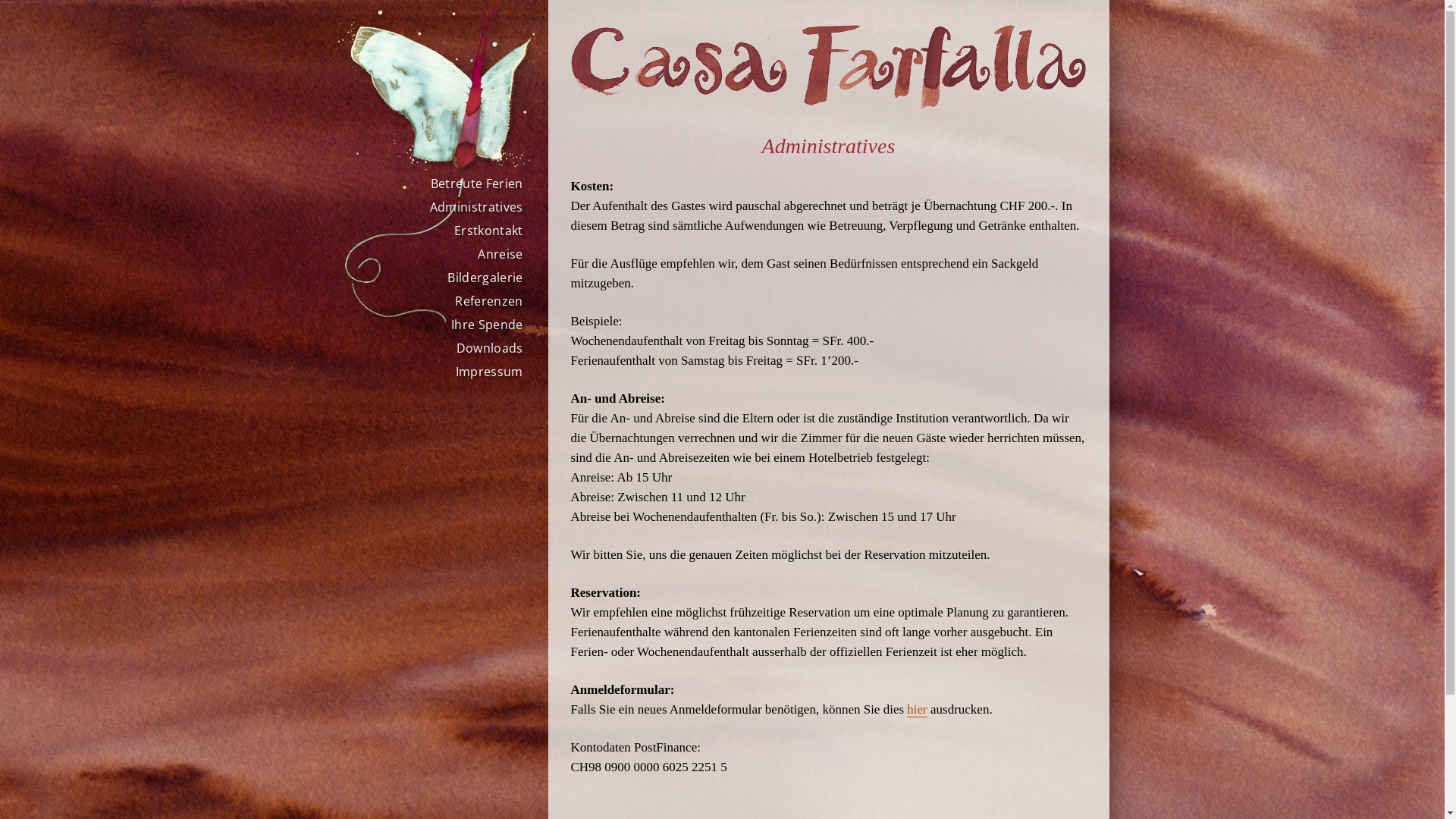  Describe the element at coordinates (487, 324) in the screenshot. I see `'Ihre Spende'` at that location.